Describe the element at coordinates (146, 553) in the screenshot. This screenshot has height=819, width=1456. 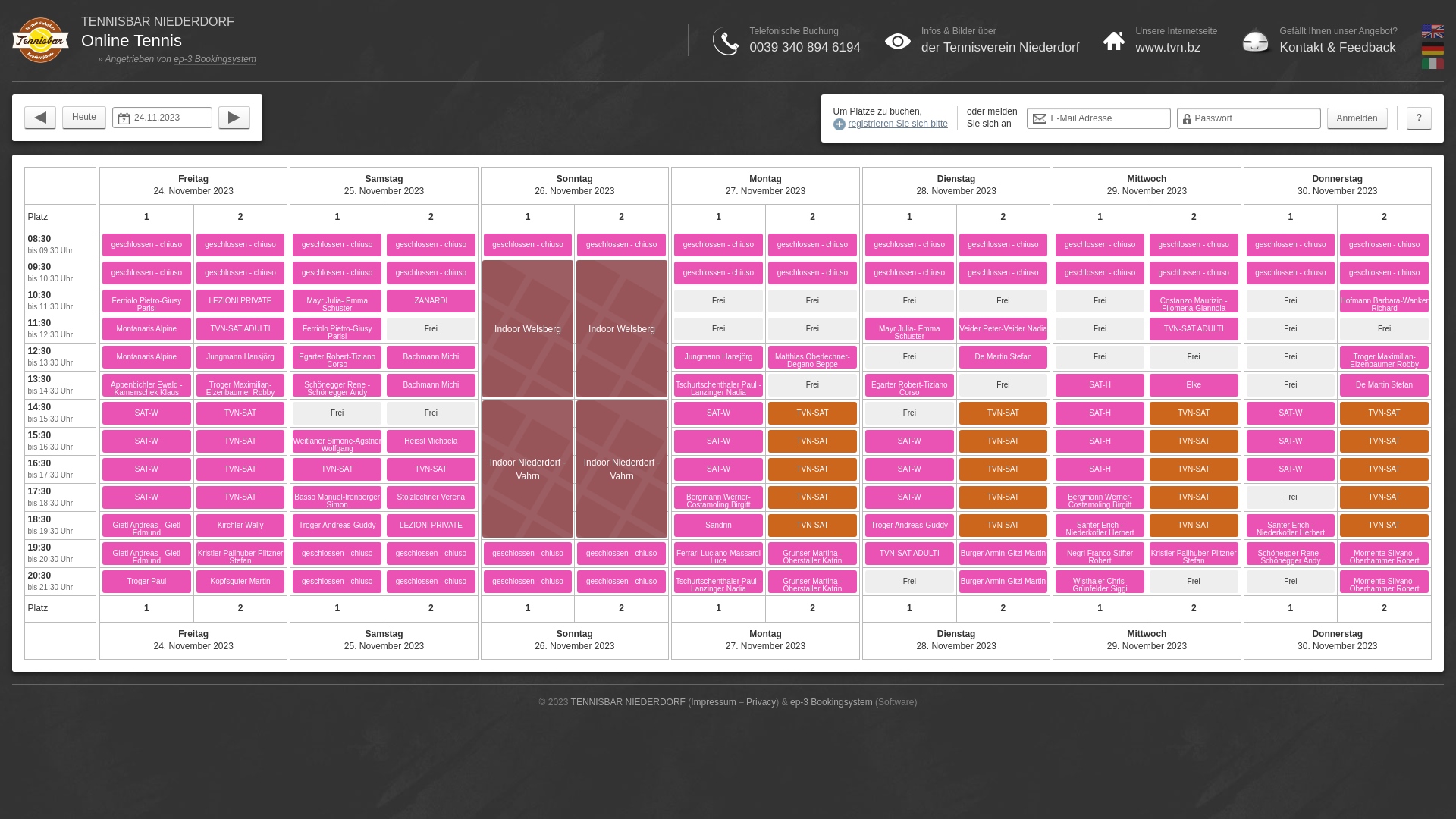
I see `'Gietl Andreas - Gietl Edmund'` at that location.